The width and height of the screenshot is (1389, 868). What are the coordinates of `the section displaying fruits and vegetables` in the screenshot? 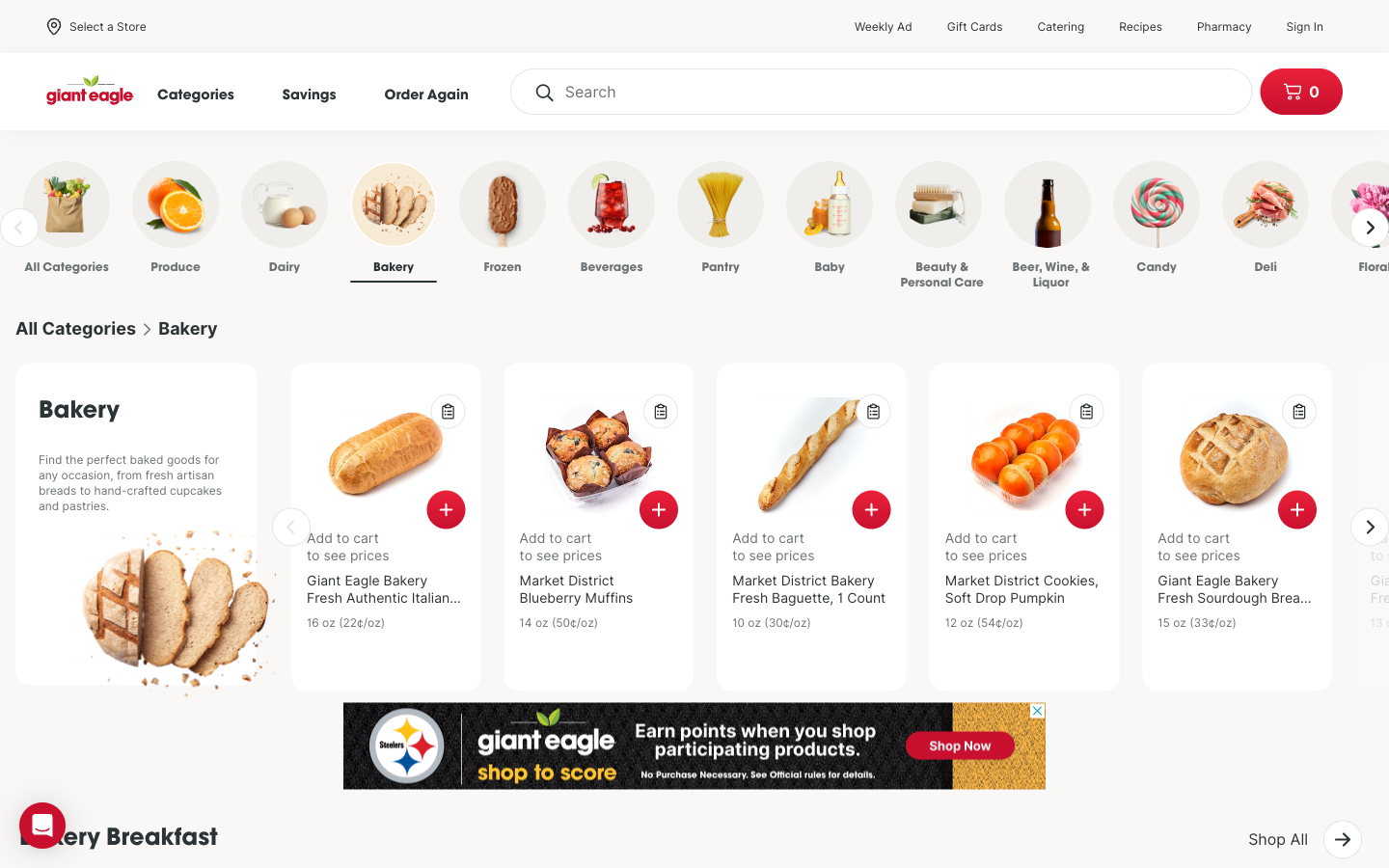 It's located at (150, 221).